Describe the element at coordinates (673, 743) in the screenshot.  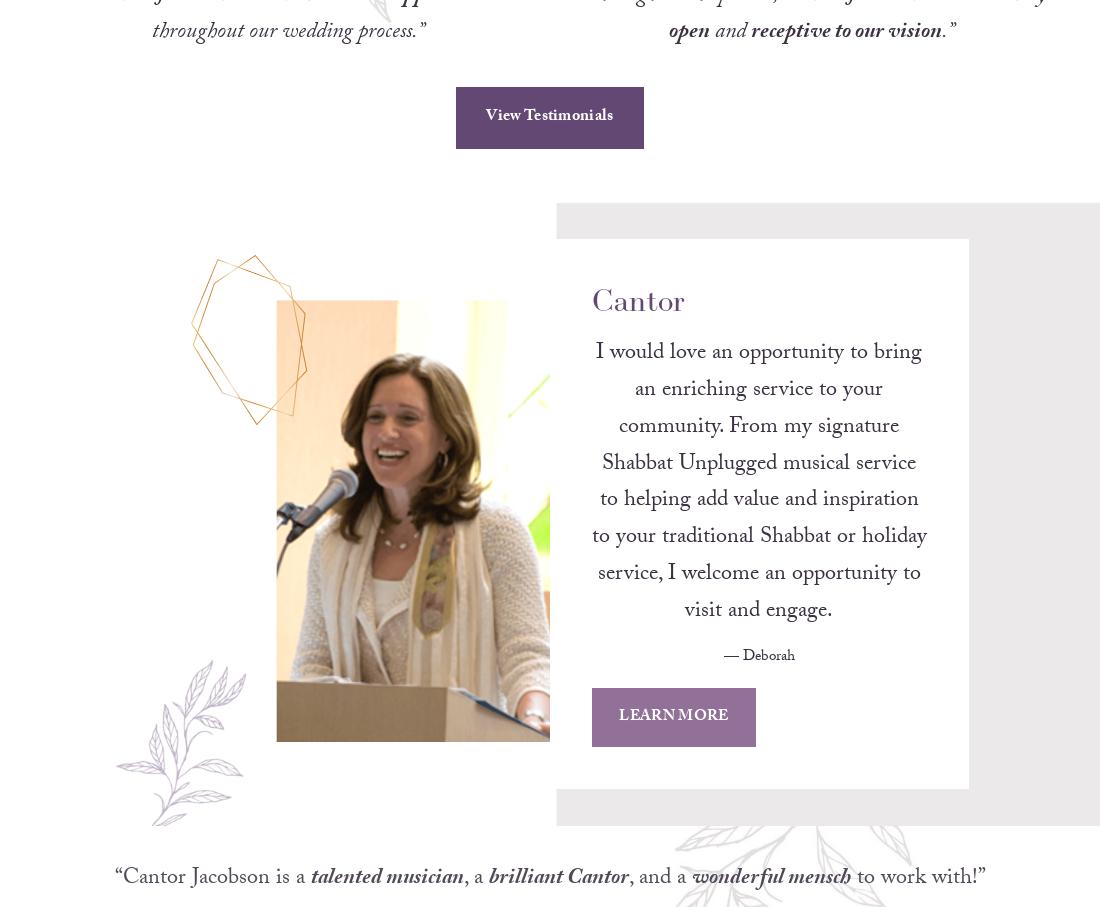
I see `'LEARN MORE'` at that location.